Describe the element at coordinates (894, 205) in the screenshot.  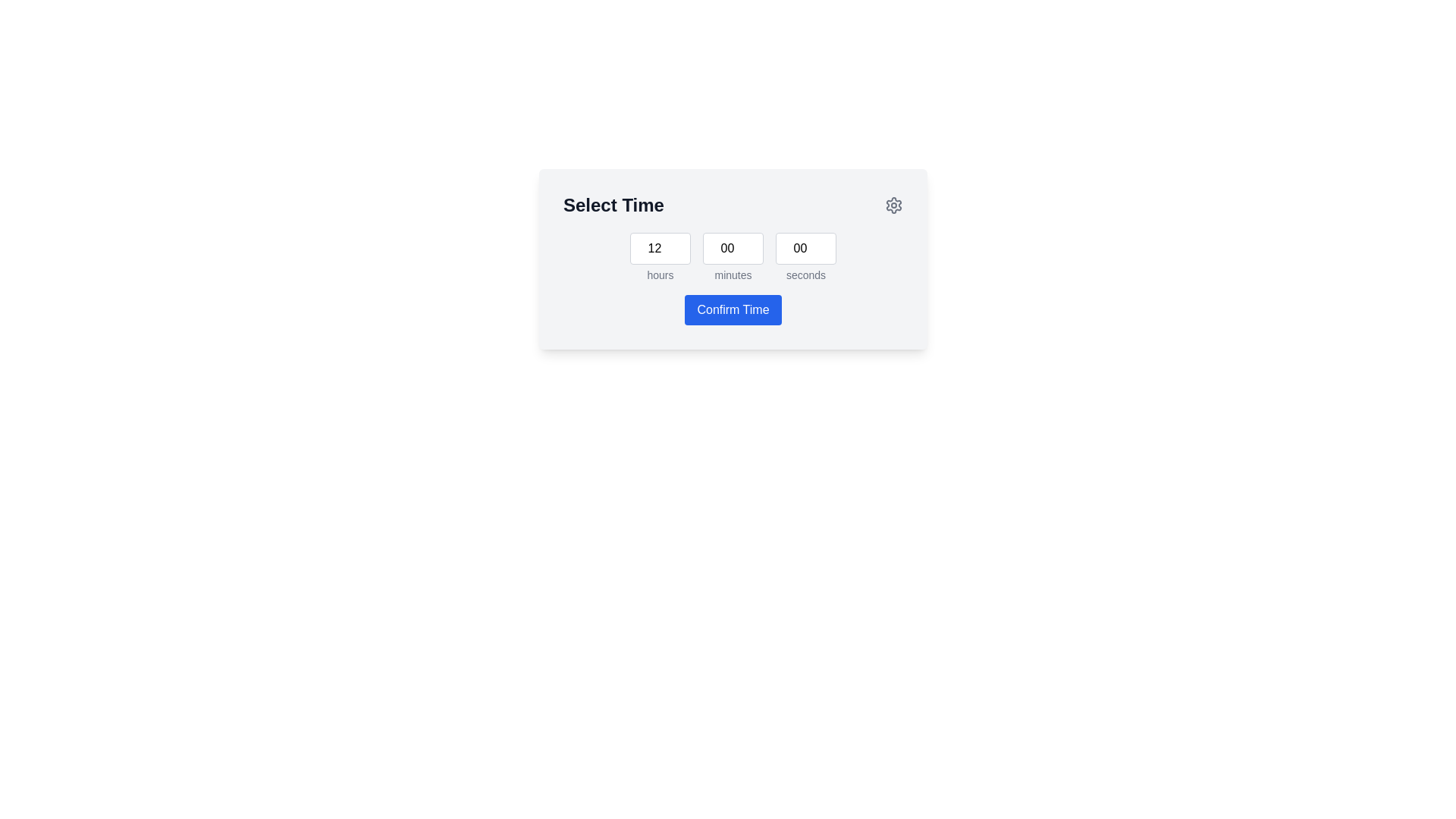
I see `the gear icon styled in line art design, positioned to the right of the text 'Select Time'` at that location.